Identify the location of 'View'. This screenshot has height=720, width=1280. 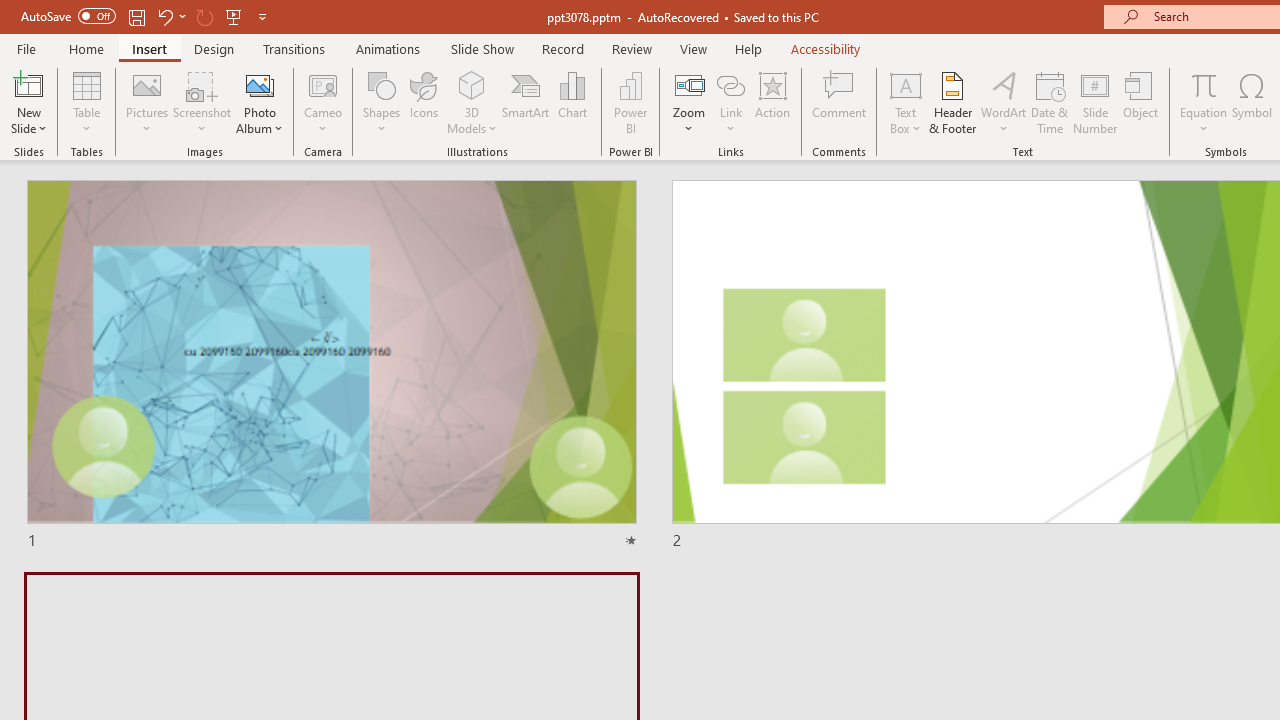
(693, 48).